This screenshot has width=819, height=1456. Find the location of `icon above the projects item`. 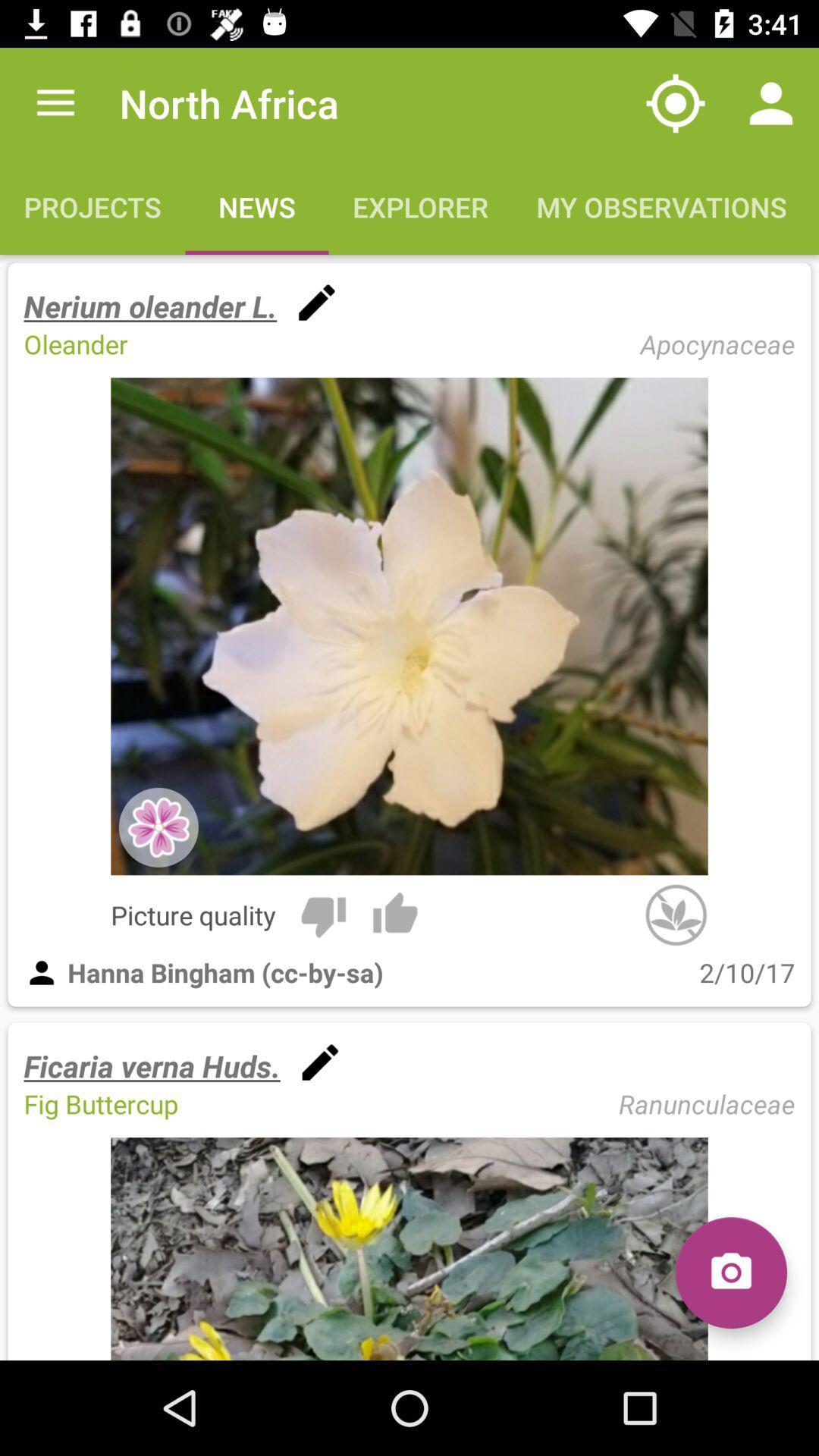

icon above the projects item is located at coordinates (55, 102).